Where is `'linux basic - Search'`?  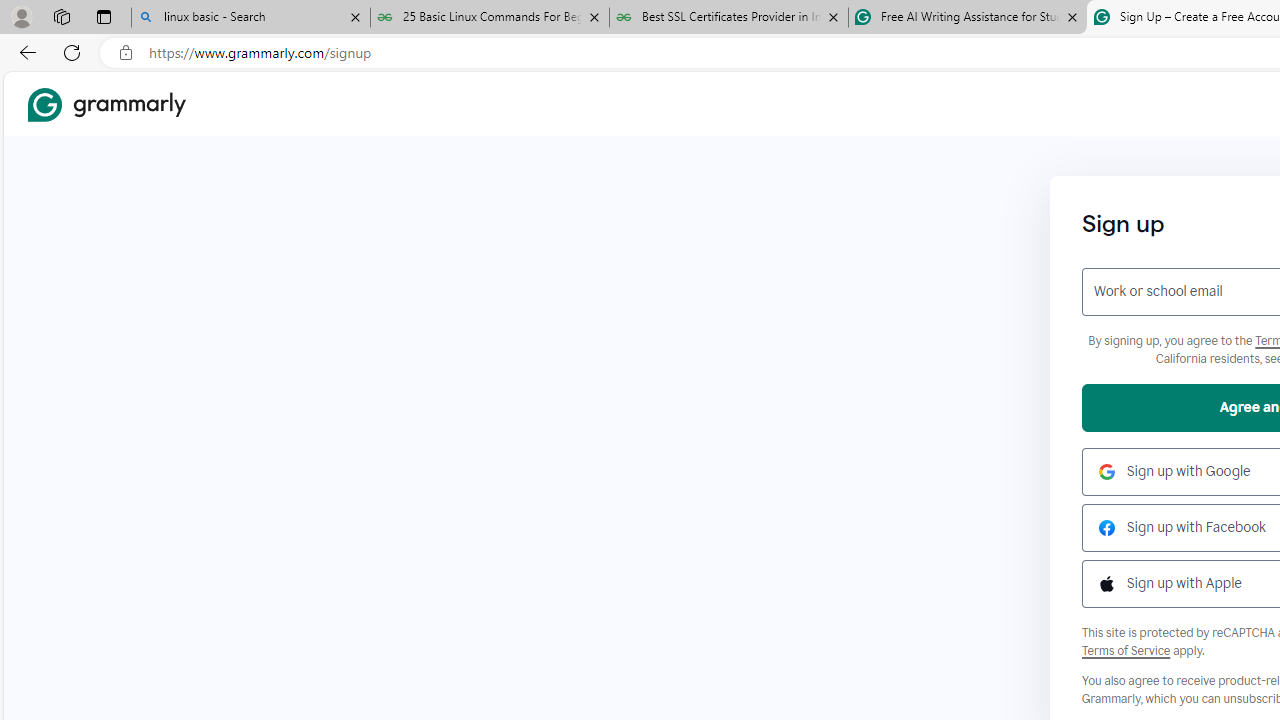 'linux basic - Search' is located at coordinates (249, 17).